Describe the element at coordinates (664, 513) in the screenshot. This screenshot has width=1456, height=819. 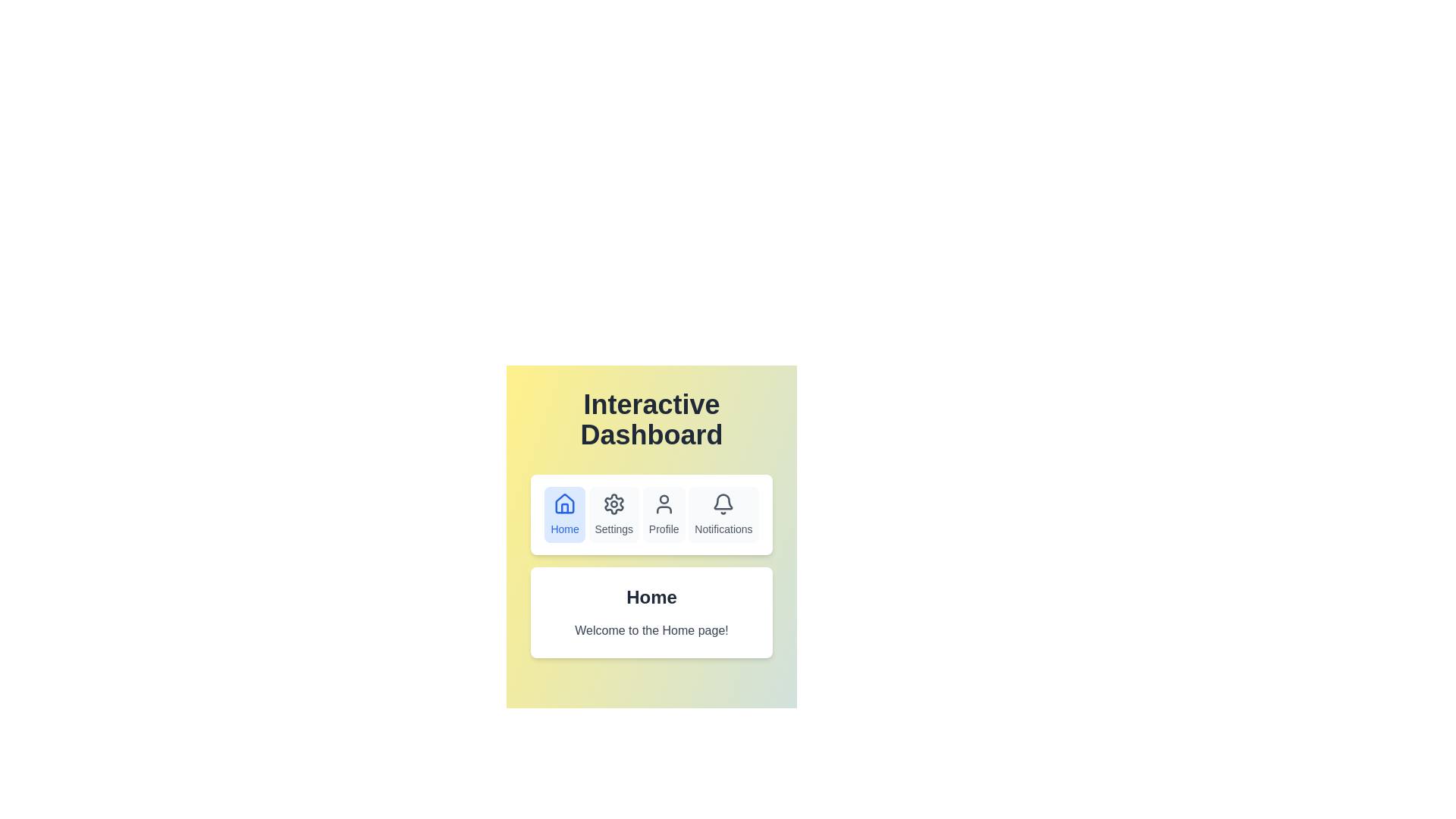
I see `the navigation bar buttons to observe their visual feedback. Specify the button name as Profile` at that location.